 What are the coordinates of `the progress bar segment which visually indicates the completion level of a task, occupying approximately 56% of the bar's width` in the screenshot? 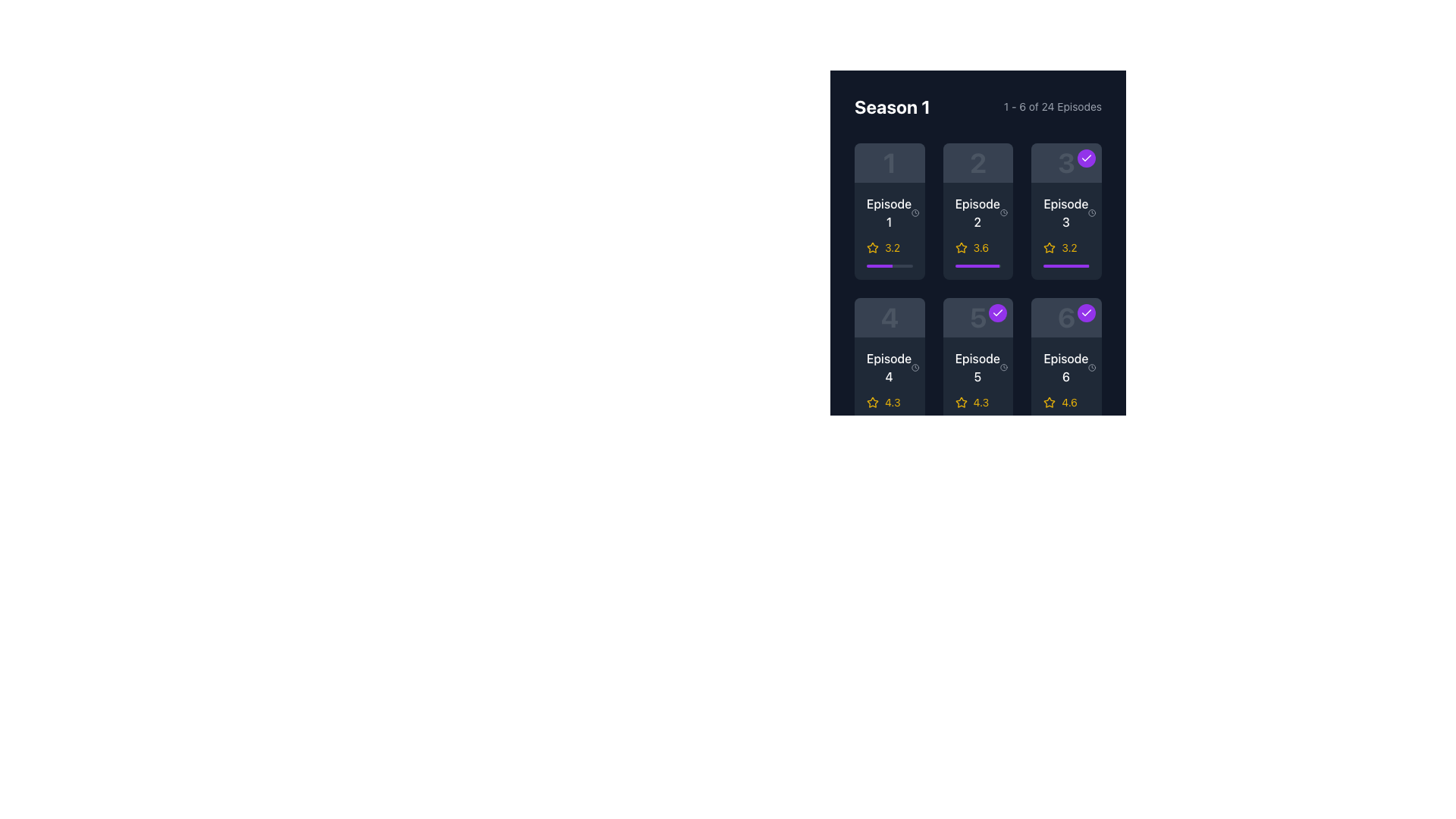 It's located at (880, 265).